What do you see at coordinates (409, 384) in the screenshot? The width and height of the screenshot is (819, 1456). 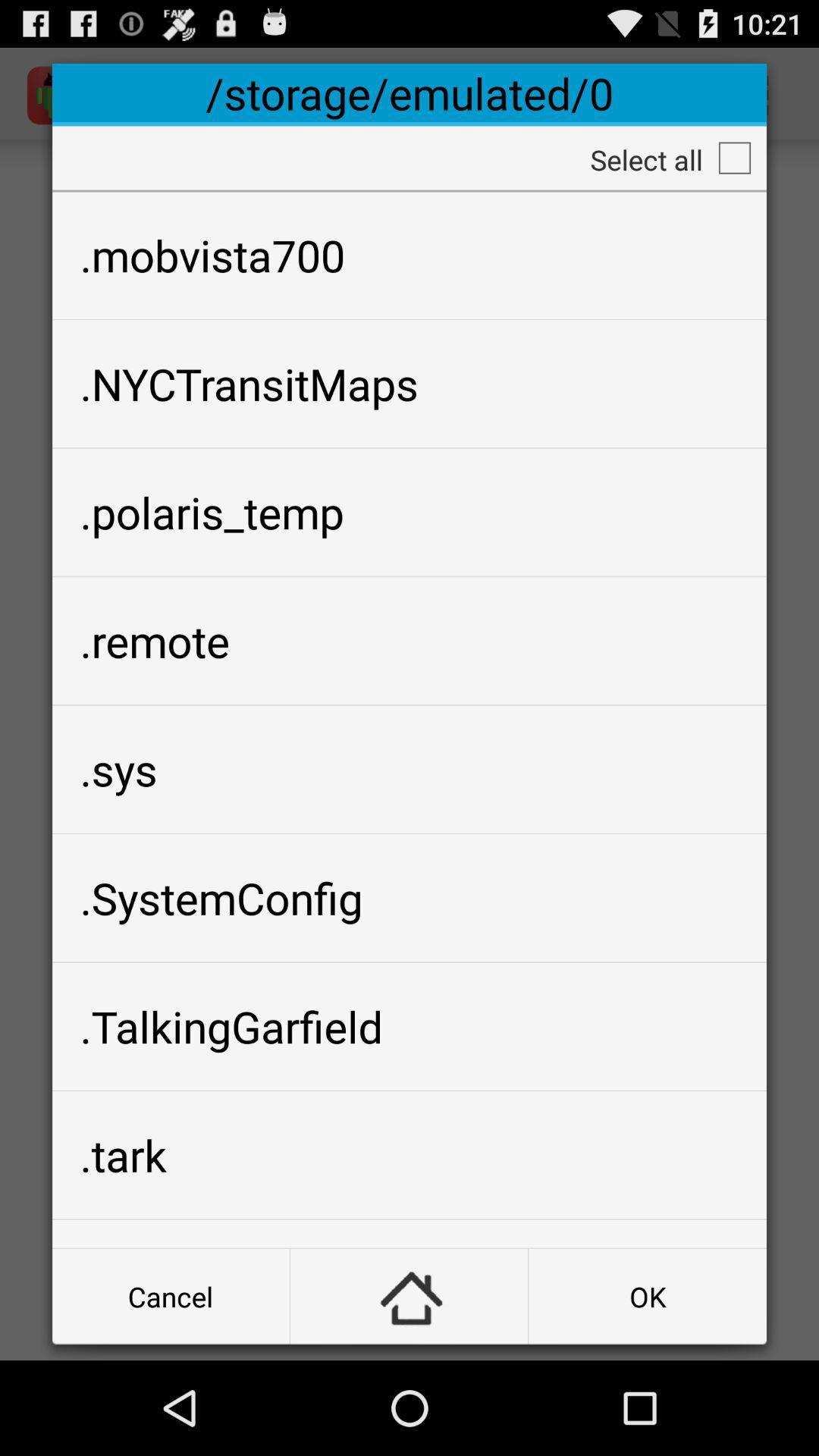 I see `the item above the .polaris_temp app` at bounding box center [409, 384].